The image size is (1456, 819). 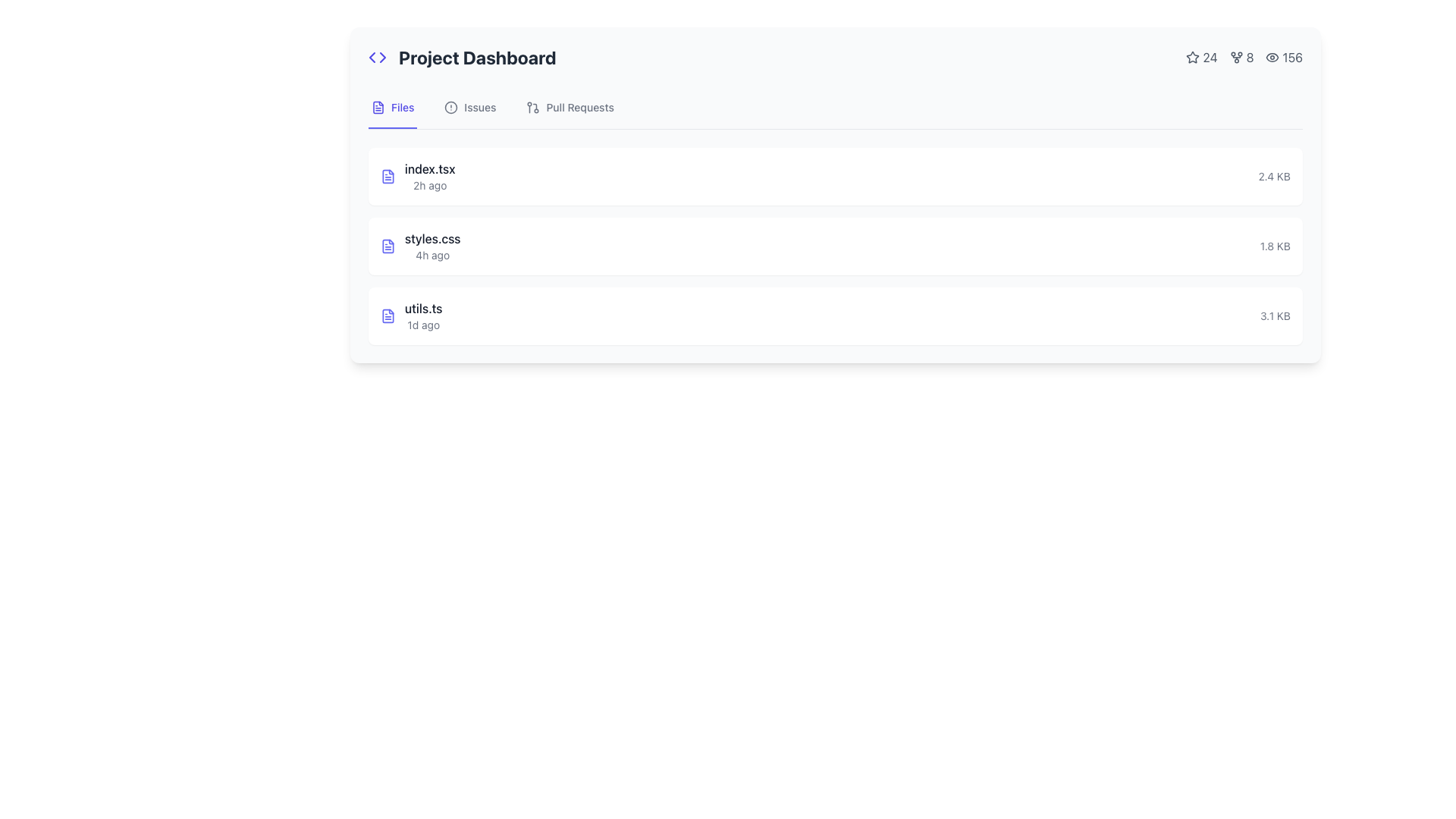 I want to click on the 'Pull Requests' icon located to the left of the 'Pull Requests' text in the navigation bar, so click(x=533, y=107).